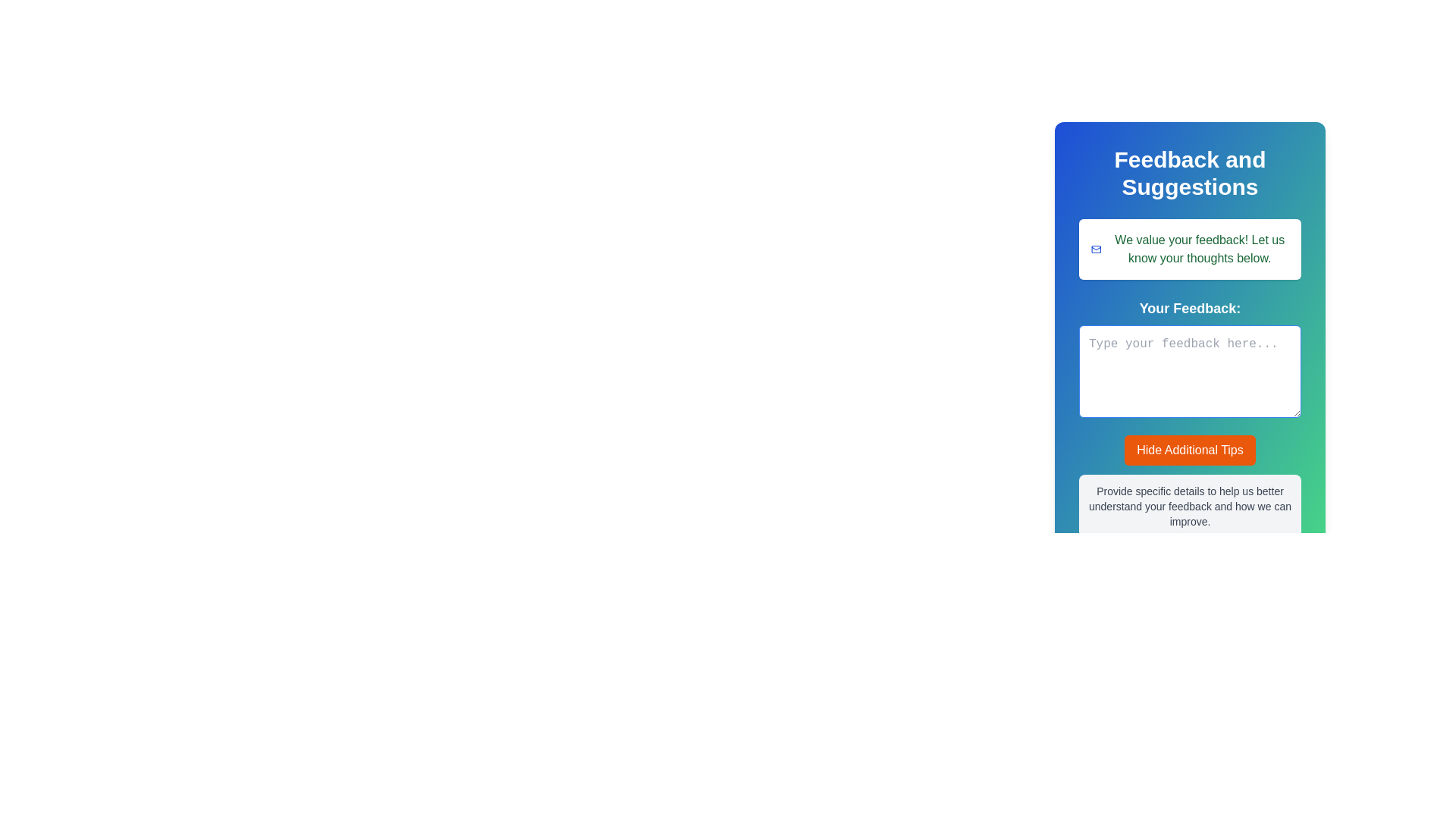  What do you see at coordinates (1189, 506) in the screenshot?
I see `the informational Text Label that provides guidance on user feedback, located near the bottom of the feedback interface, below the 'Hide Additional Tips' button` at bounding box center [1189, 506].